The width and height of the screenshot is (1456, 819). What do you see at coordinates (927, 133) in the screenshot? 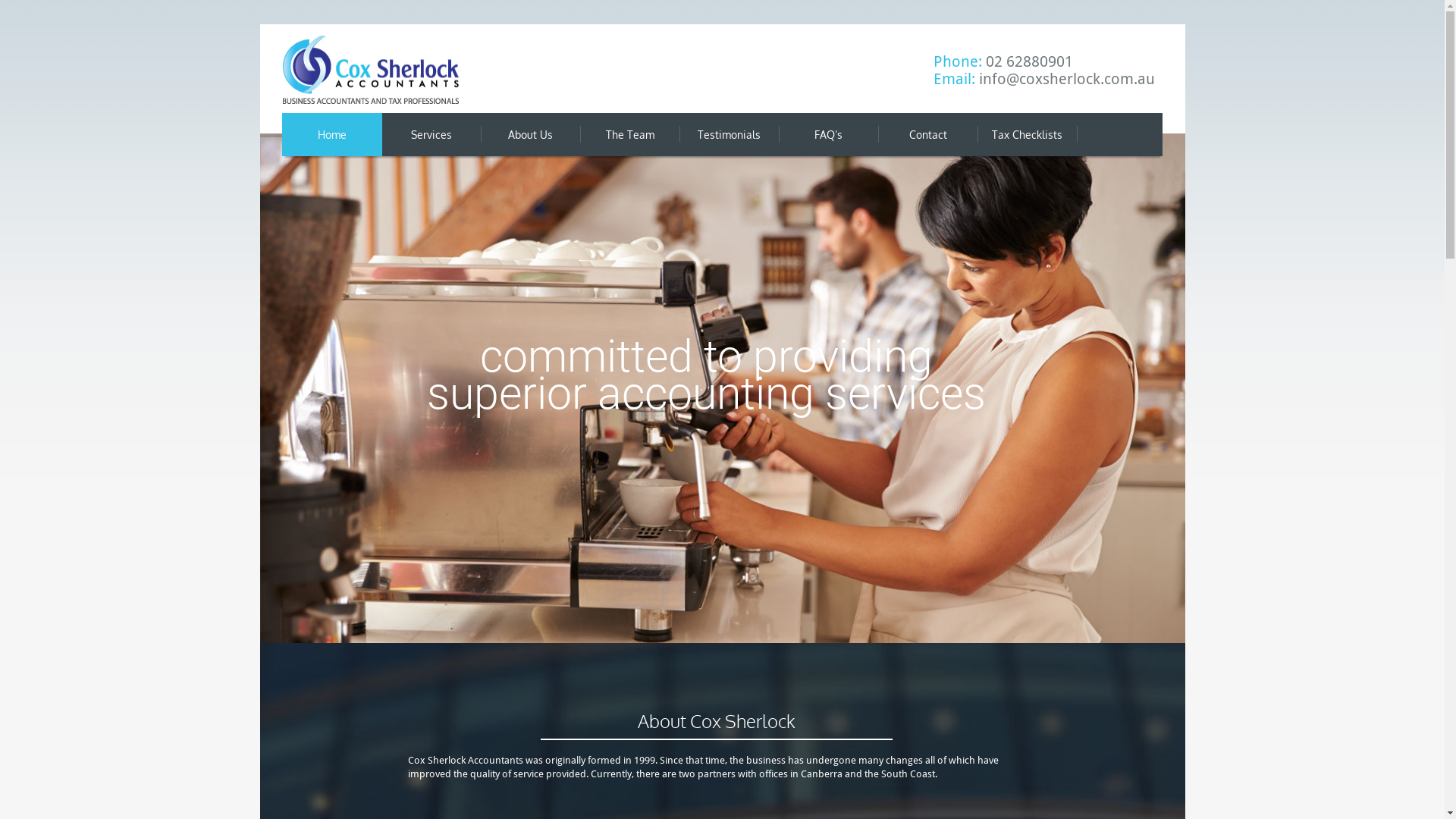
I see `'Contact'` at bounding box center [927, 133].